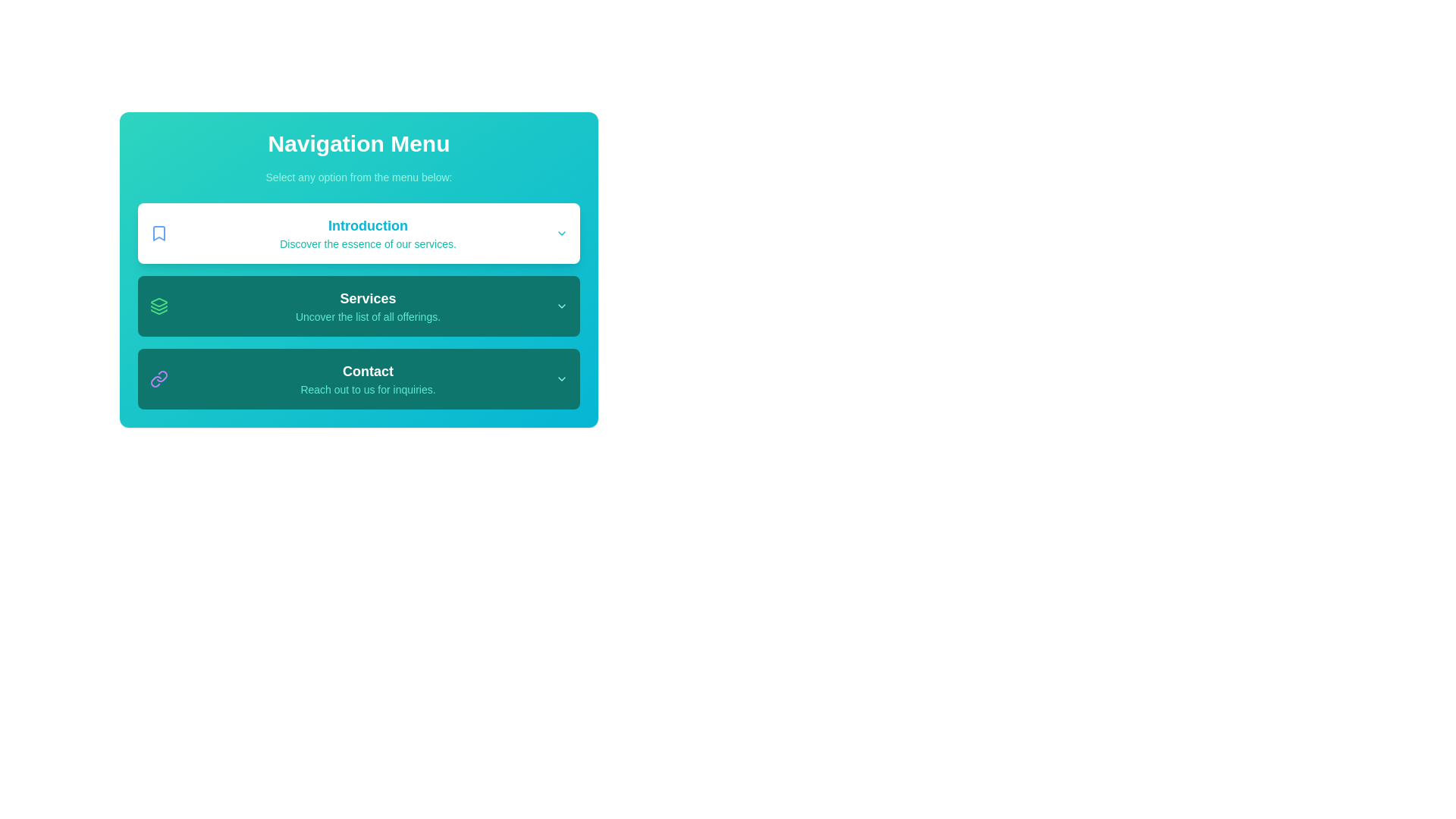 The image size is (1456, 819). I want to click on the static informational text displaying 'Select any option from the menu below:', which is styled in teal and located below the 'Navigation Menu' heading, so click(358, 177).